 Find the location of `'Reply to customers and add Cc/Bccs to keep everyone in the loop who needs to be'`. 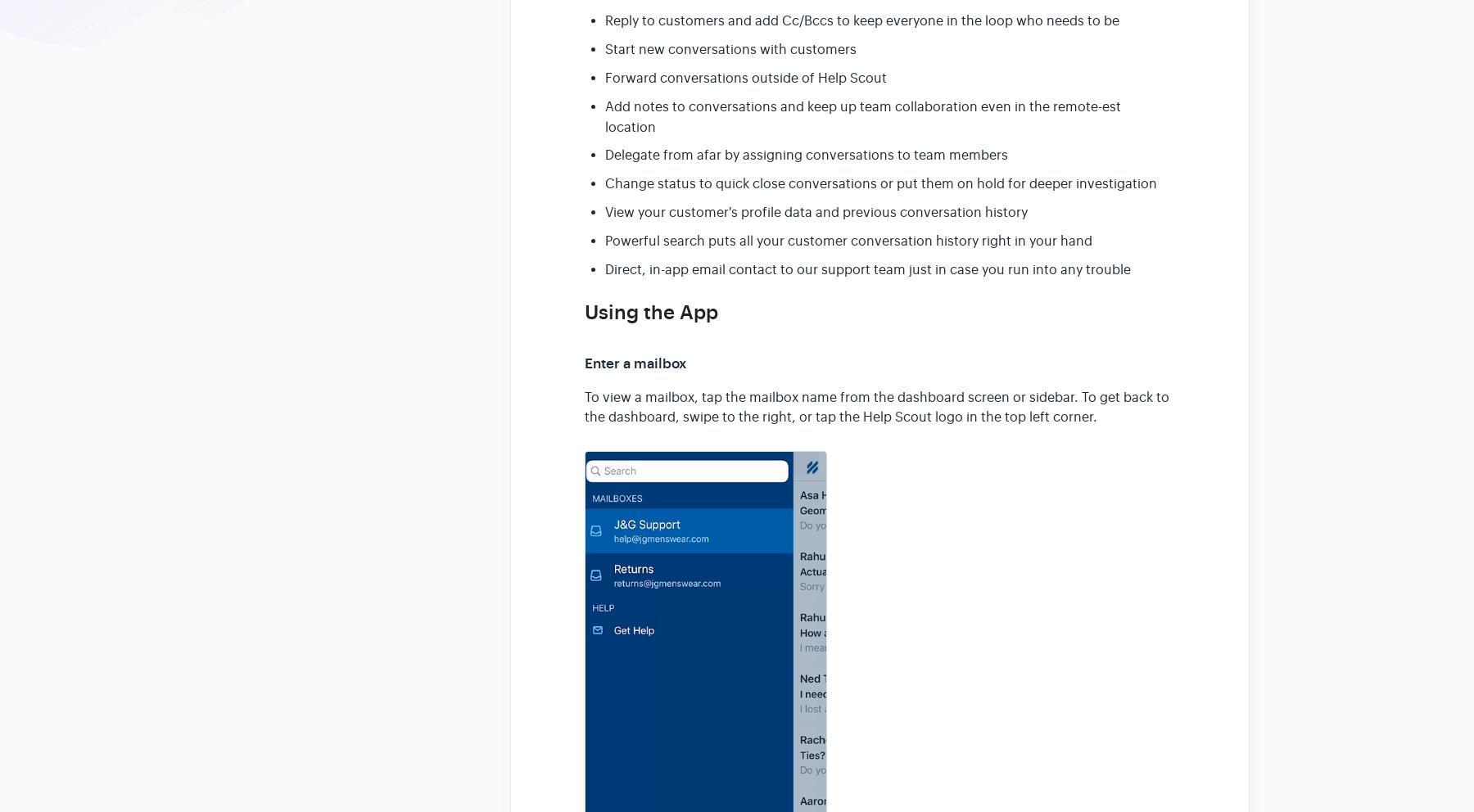

'Reply to customers and add Cc/Bccs to keep everyone in the loop who needs to be' is located at coordinates (604, 20).